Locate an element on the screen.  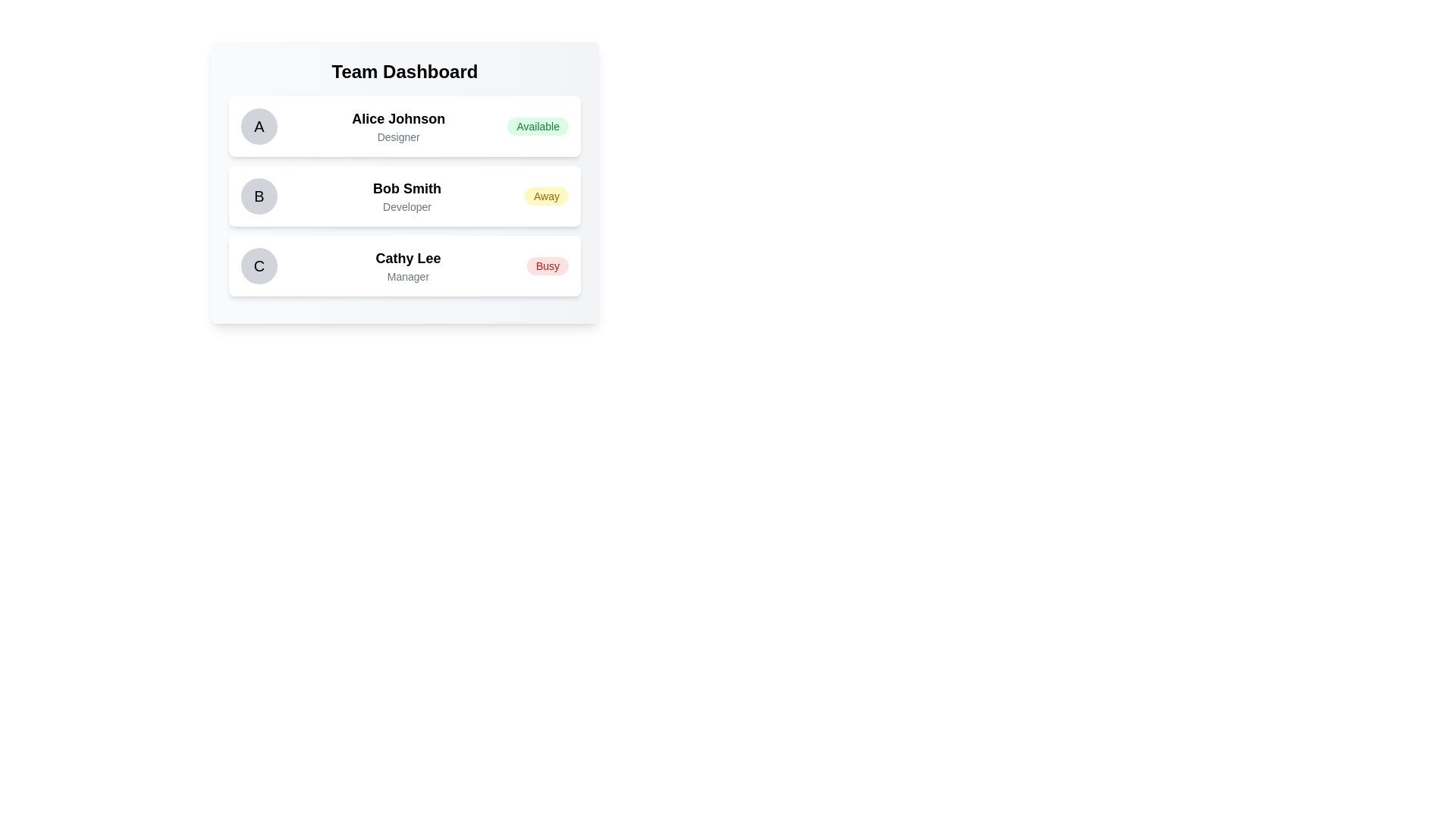
the static text label that indicates the role of 'Bob Smith', located directly below his name in the second card of the vertical list, within section 'B' is located at coordinates (407, 207).